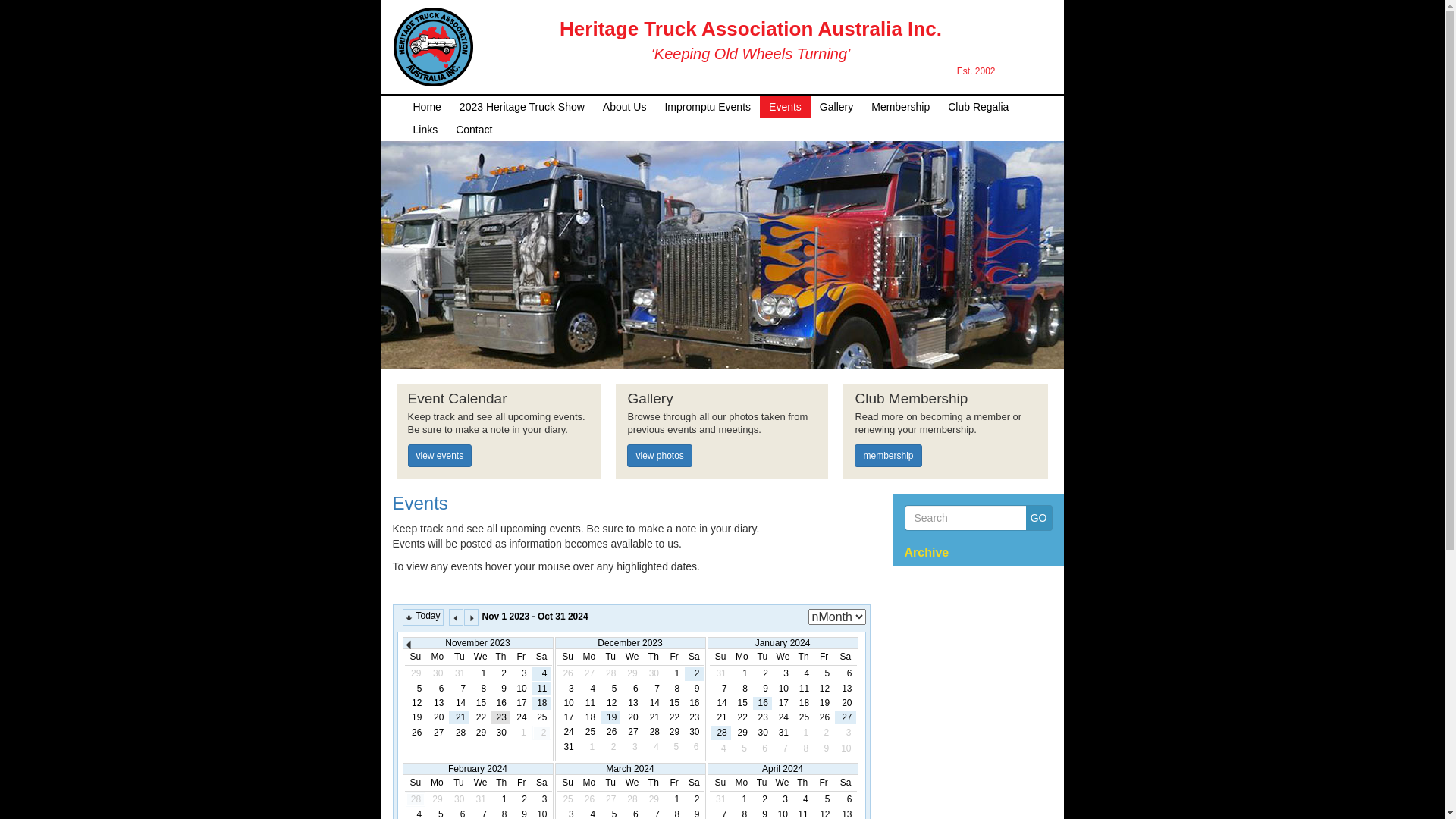 This screenshot has width=1456, height=819. I want to click on '1', so click(673, 673).